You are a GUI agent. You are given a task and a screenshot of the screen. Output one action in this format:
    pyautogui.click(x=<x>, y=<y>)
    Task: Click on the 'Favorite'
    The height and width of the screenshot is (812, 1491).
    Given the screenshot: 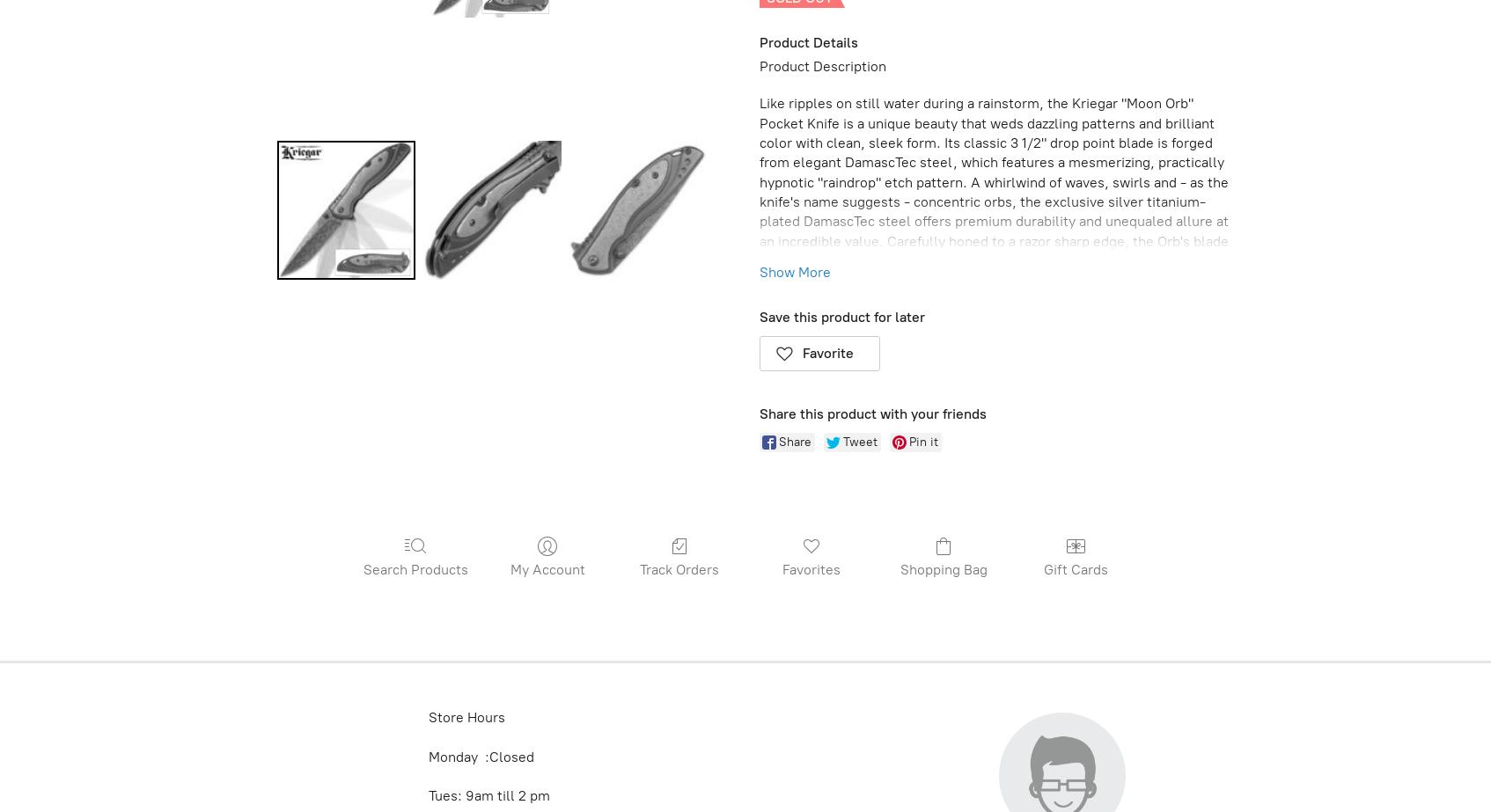 What is the action you would take?
    pyautogui.click(x=827, y=353)
    